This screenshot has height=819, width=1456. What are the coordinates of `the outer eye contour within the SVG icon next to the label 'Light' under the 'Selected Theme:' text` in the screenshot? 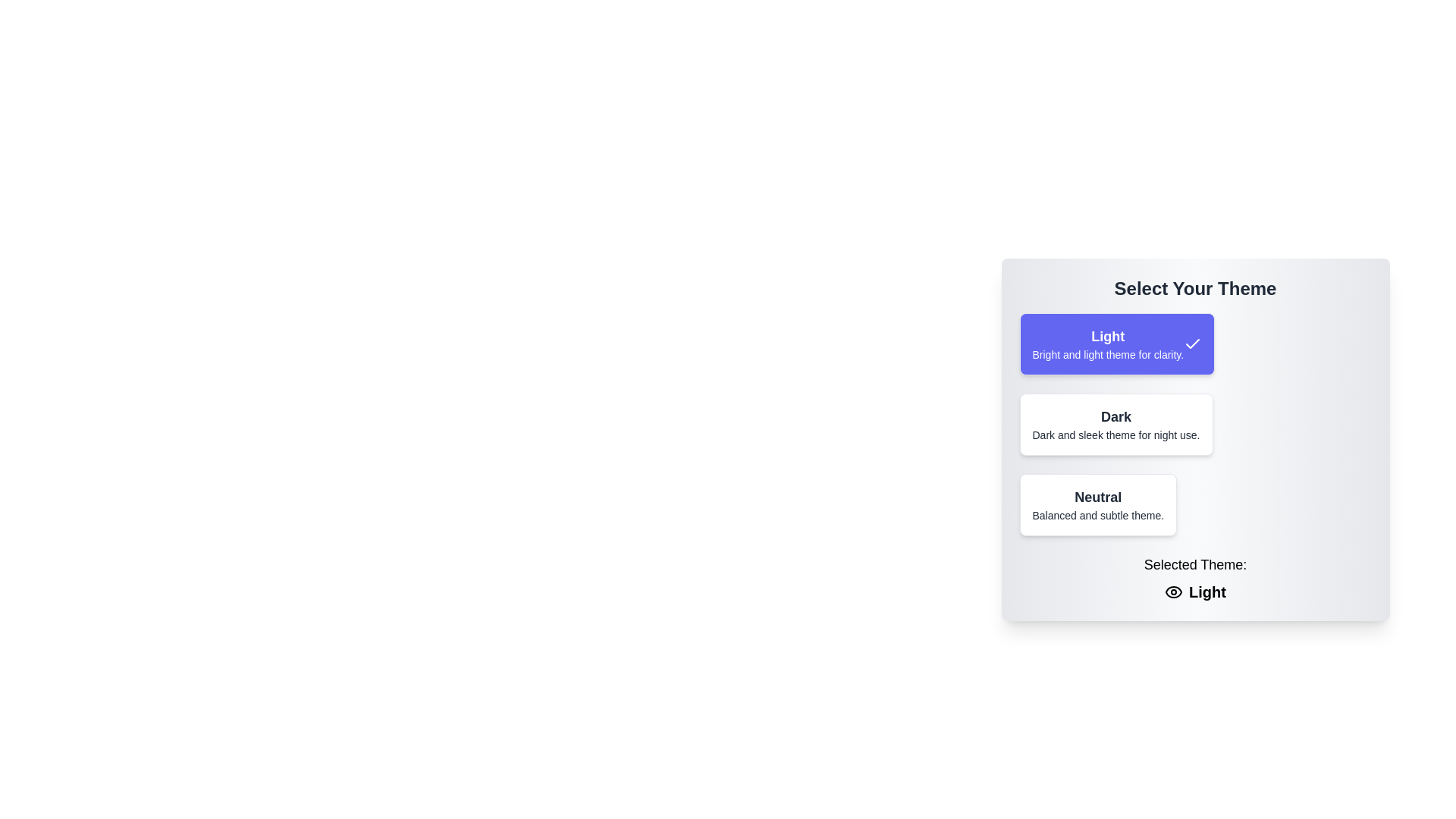 It's located at (1173, 591).